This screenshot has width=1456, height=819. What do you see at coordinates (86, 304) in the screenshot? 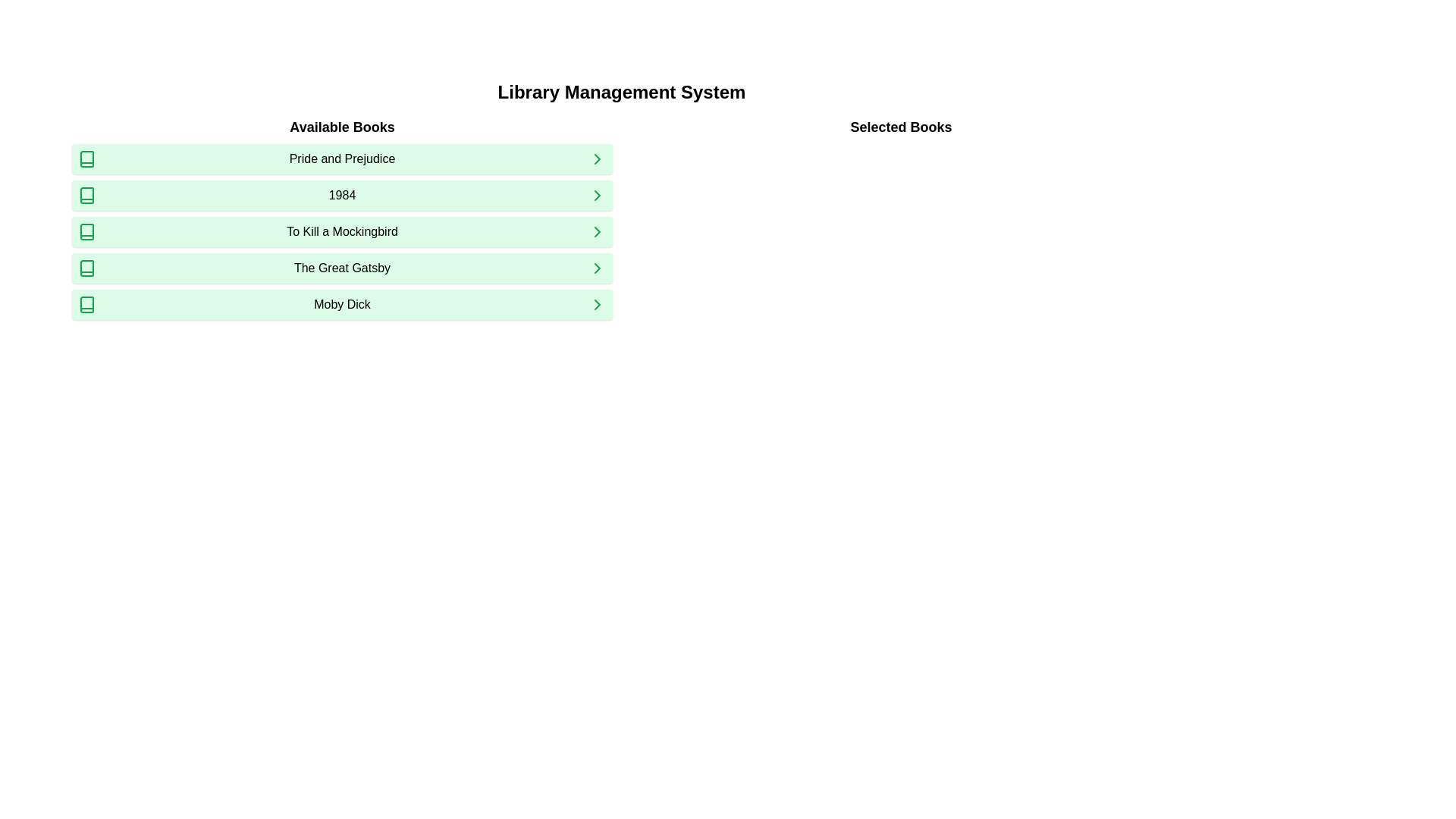
I see `the small green book icon located in the fifth row next to 'Moby Dick'` at bounding box center [86, 304].